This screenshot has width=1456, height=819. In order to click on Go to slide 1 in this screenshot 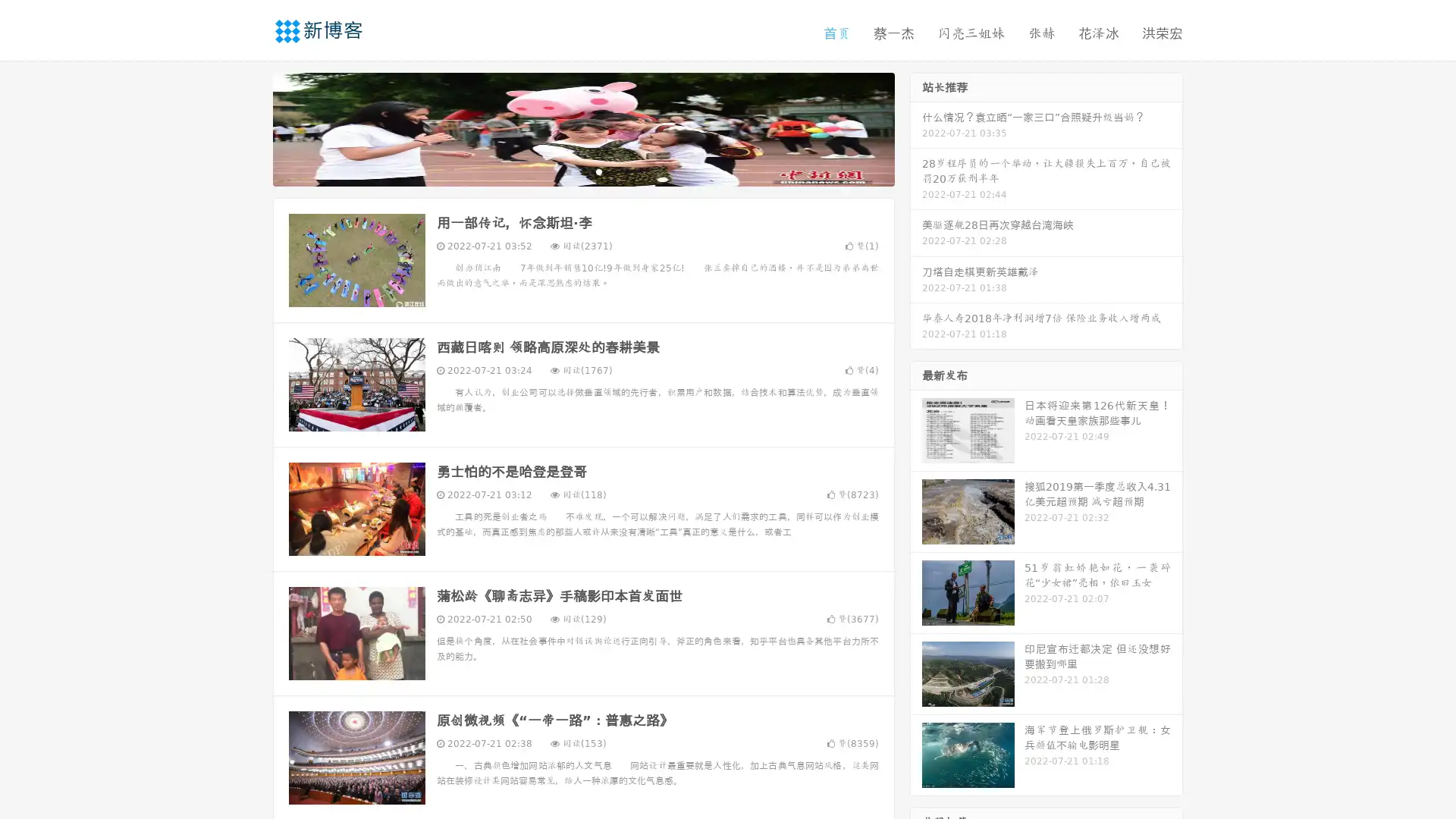, I will do `click(567, 171)`.